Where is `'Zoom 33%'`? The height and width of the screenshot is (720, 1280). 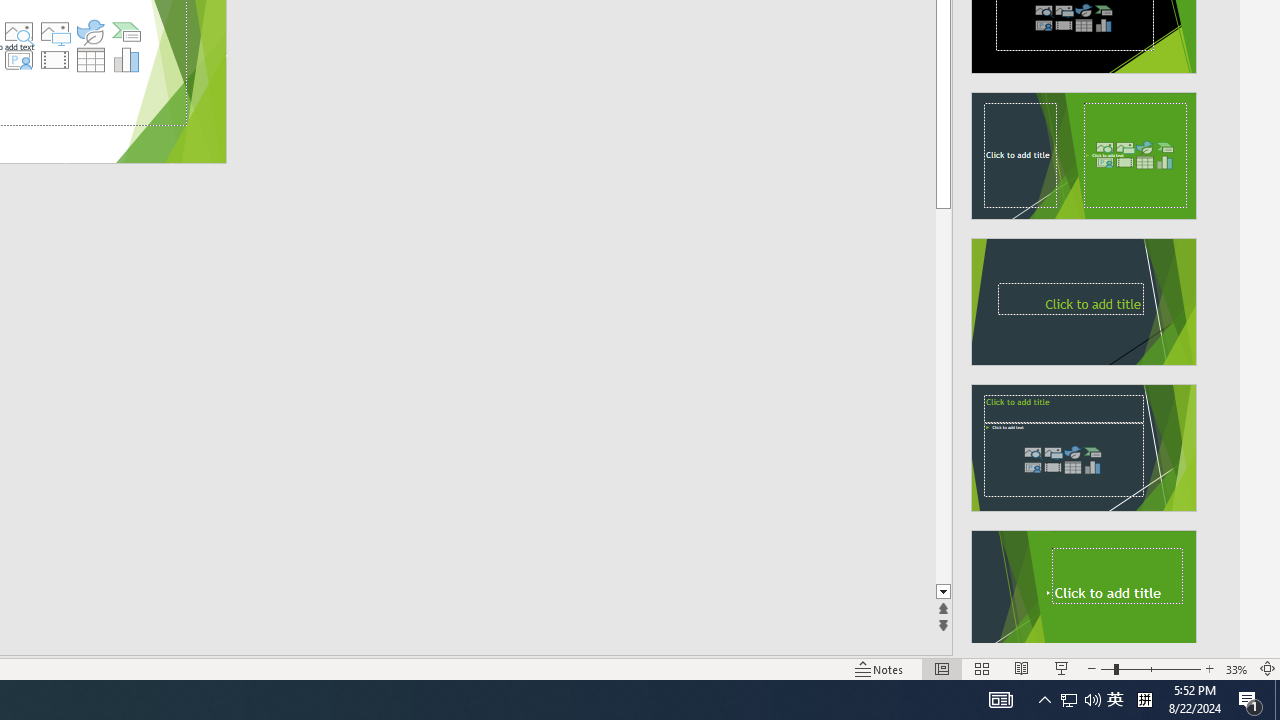
'Zoom 33%' is located at coordinates (1236, 669).